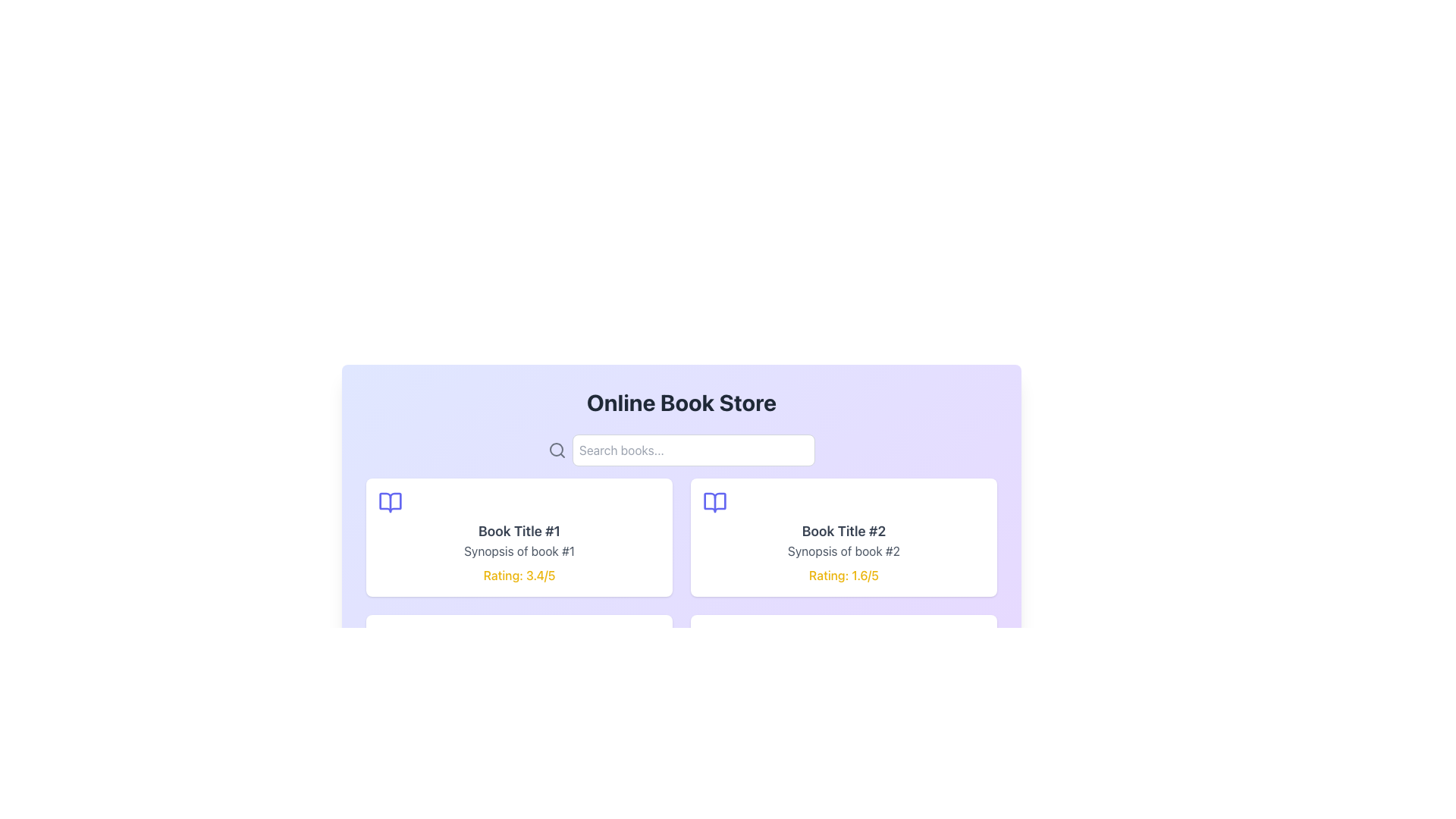  Describe the element at coordinates (680, 402) in the screenshot. I see `text of the Header or Title element positioned at the top center of the section, which indicates the content and purpose of the interface` at that location.